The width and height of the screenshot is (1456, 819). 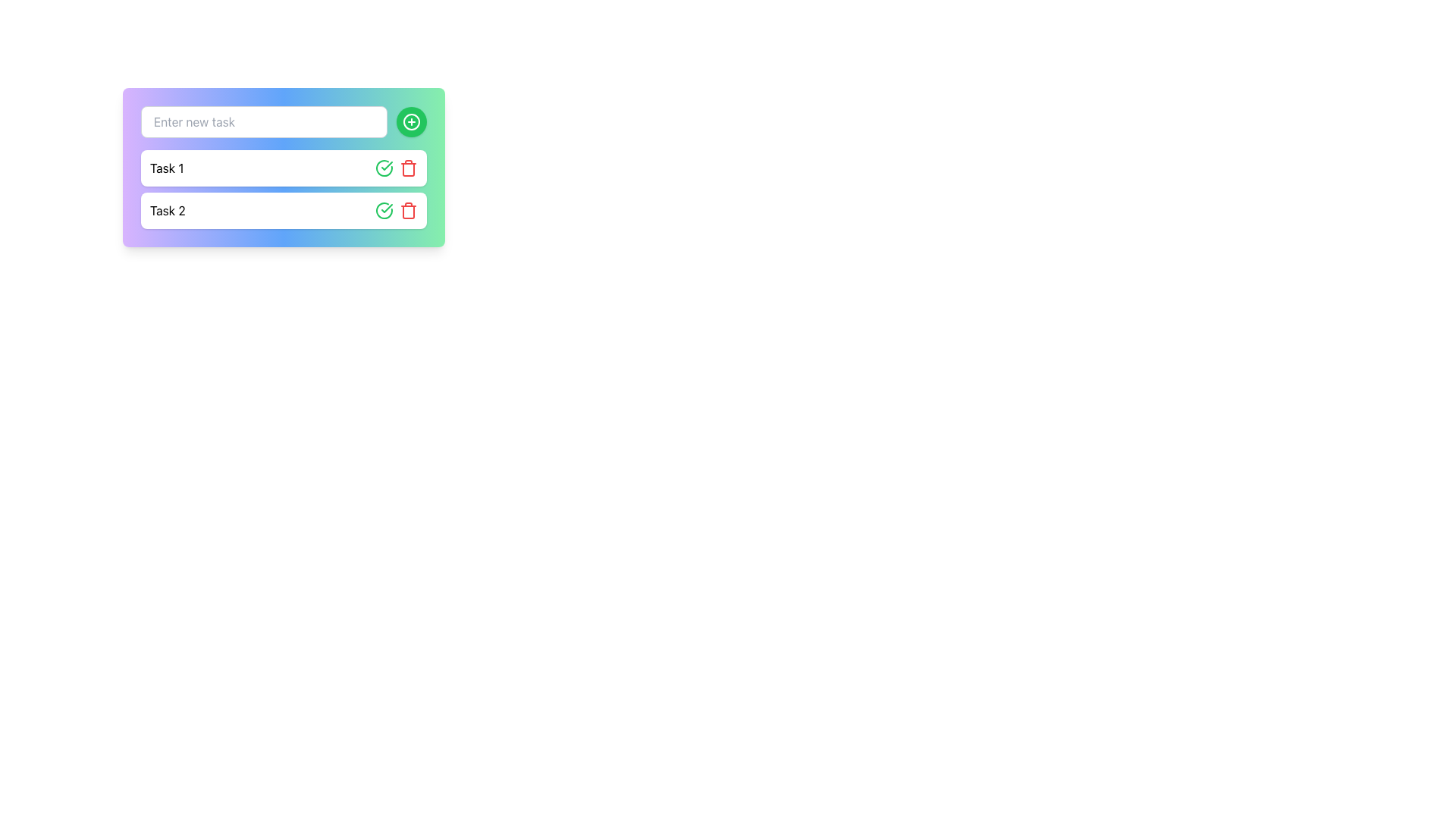 I want to click on the green circular icon button with a checkmark to mark the task as complete, located in the second row of the task list adjacent to the delete icon, so click(x=384, y=168).